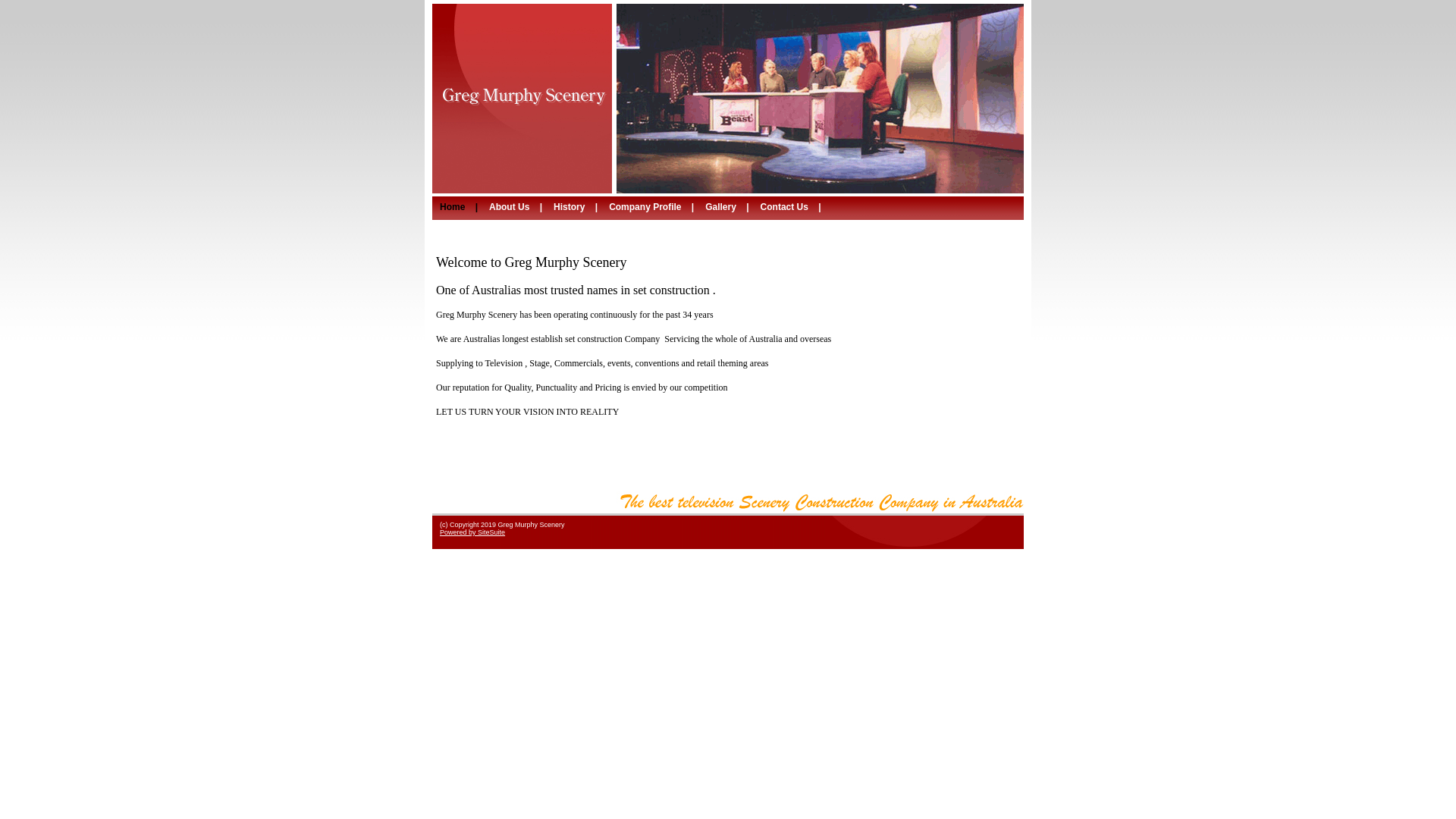 This screenshot has width=1456, height=819. What do you see at coordinates (439, 532) in the screenshot?
I see `'Powered by SiteSuite'` at bounding box center [439, 532].